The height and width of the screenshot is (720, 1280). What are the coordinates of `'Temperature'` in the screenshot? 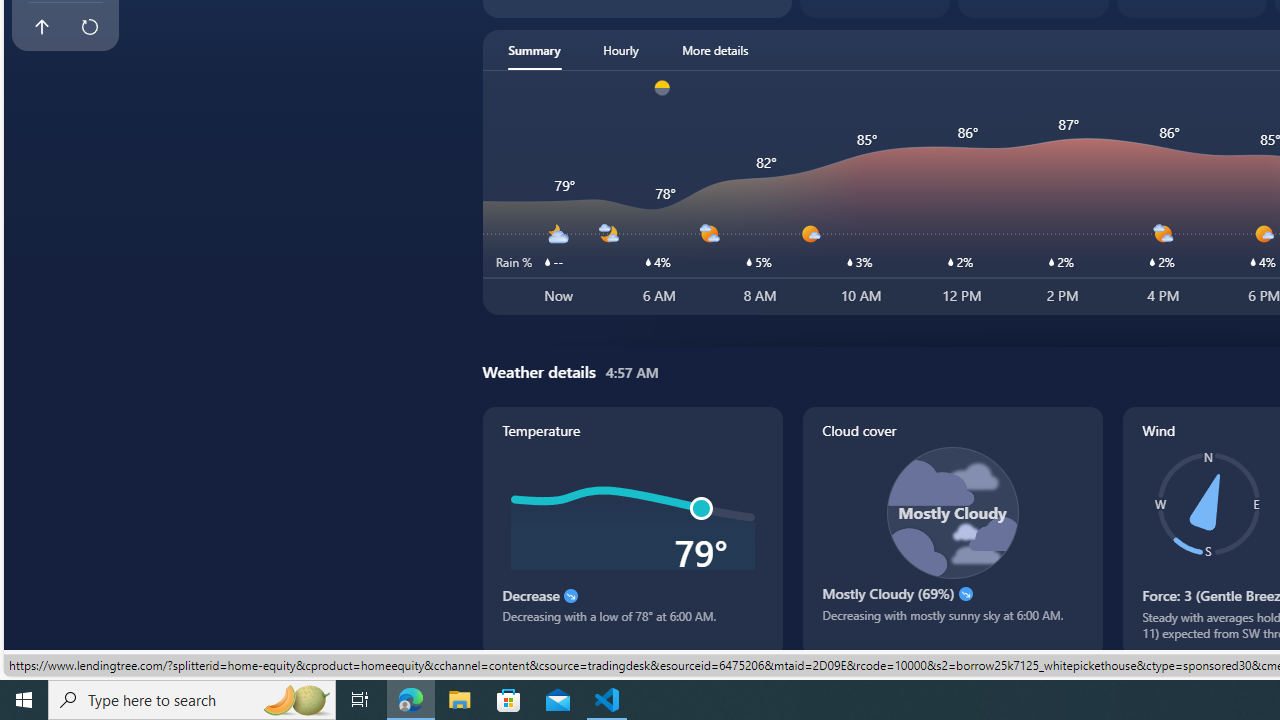 It's located at (631, 530).